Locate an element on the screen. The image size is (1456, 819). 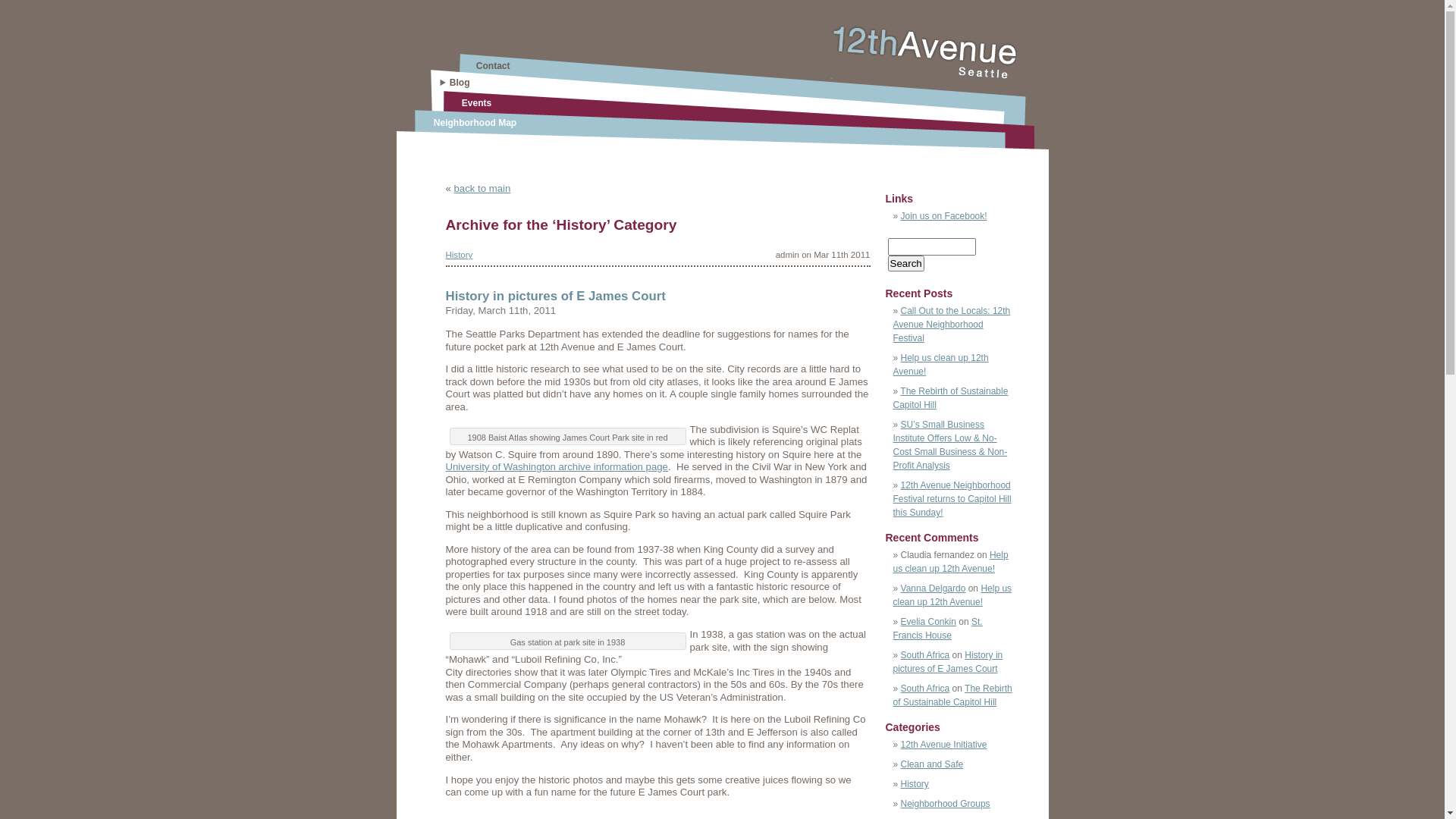
'History in pictures of E James Court' is located at coordinates (555, 296).